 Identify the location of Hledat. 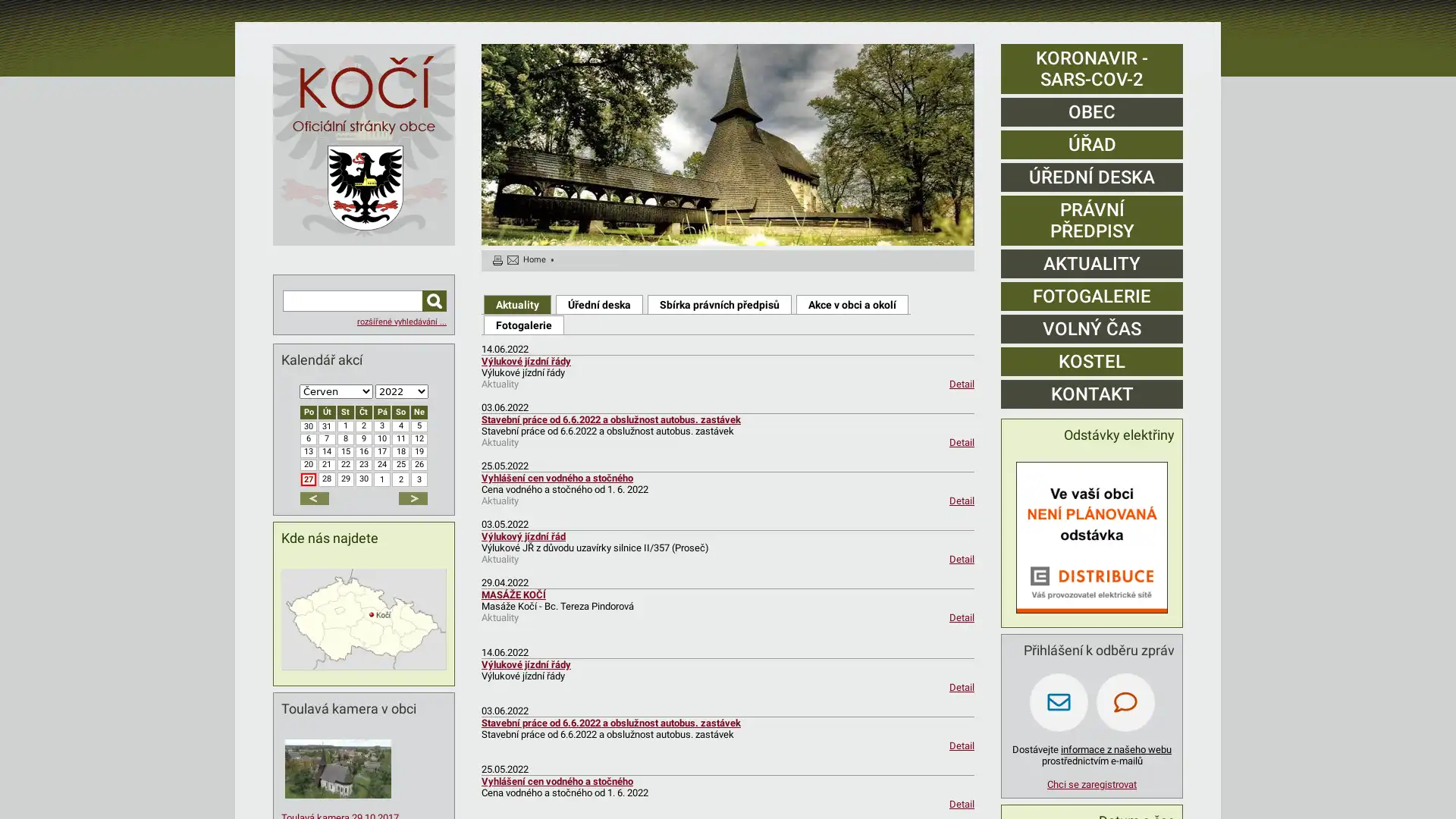
(433, 301).